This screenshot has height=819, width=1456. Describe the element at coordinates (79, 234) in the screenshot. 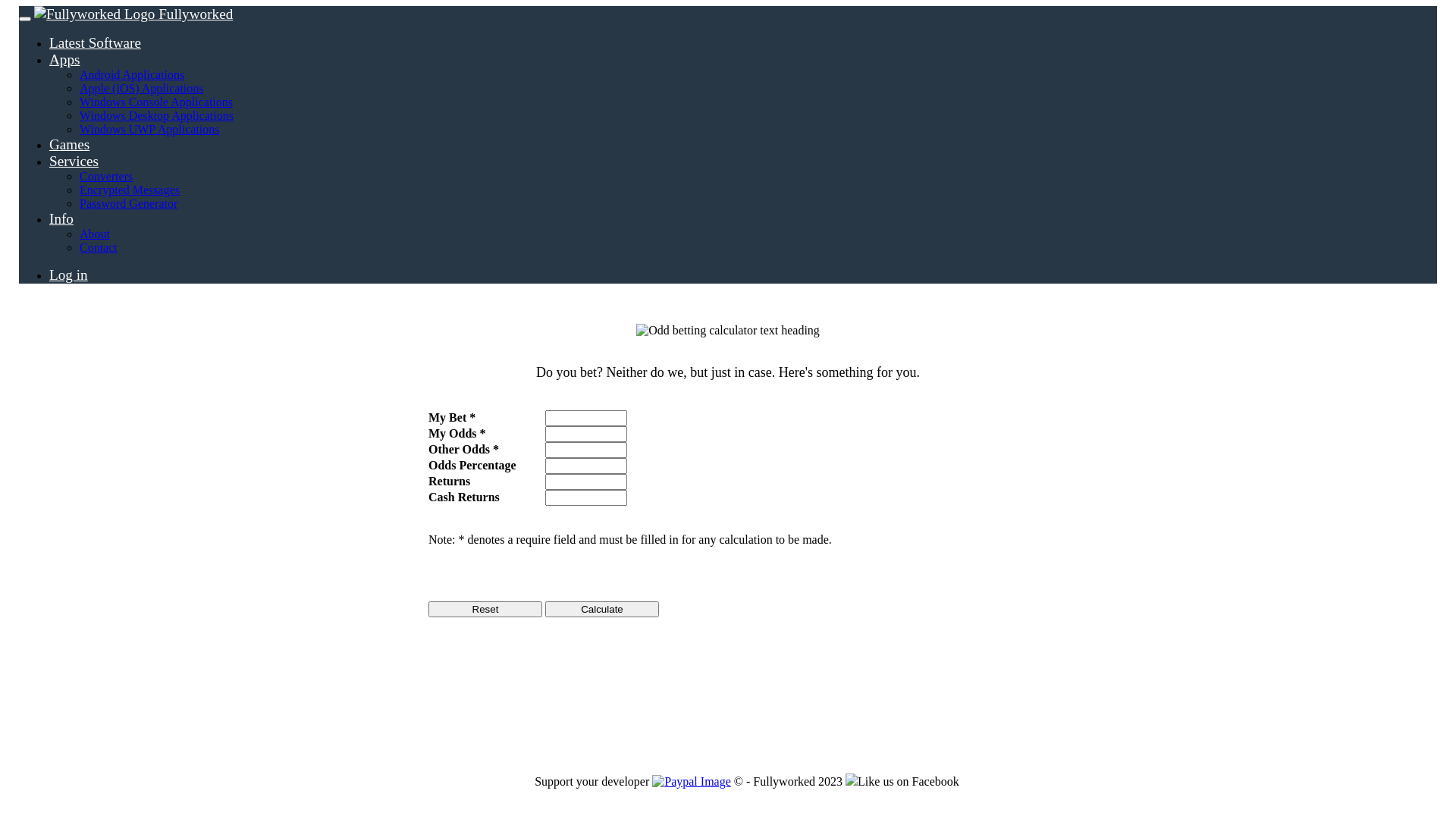

I see `'About'` at that location.